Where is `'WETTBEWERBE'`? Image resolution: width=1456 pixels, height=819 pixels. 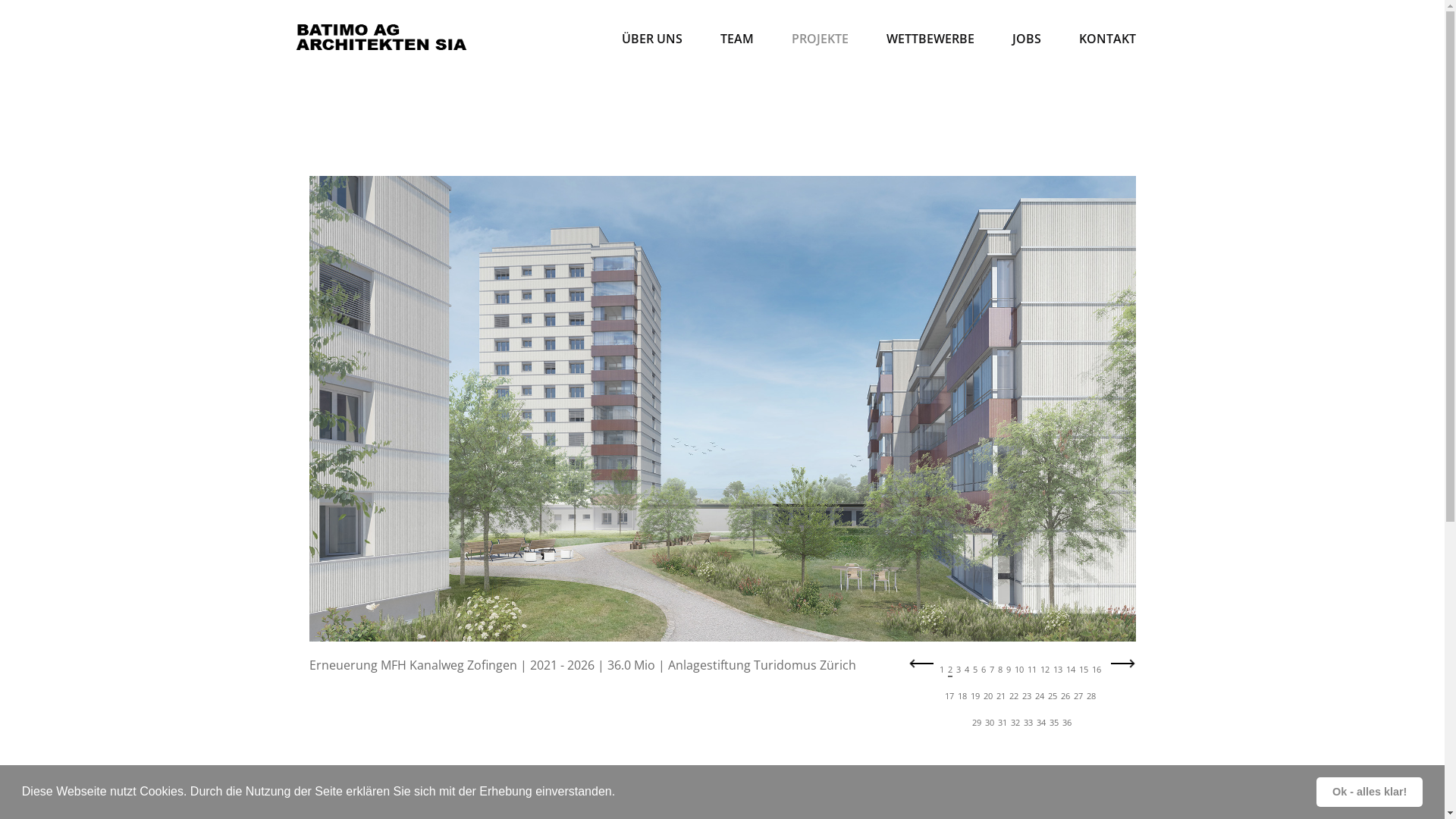
'WETTBEWERBE' is located at coordinates (930, 37).